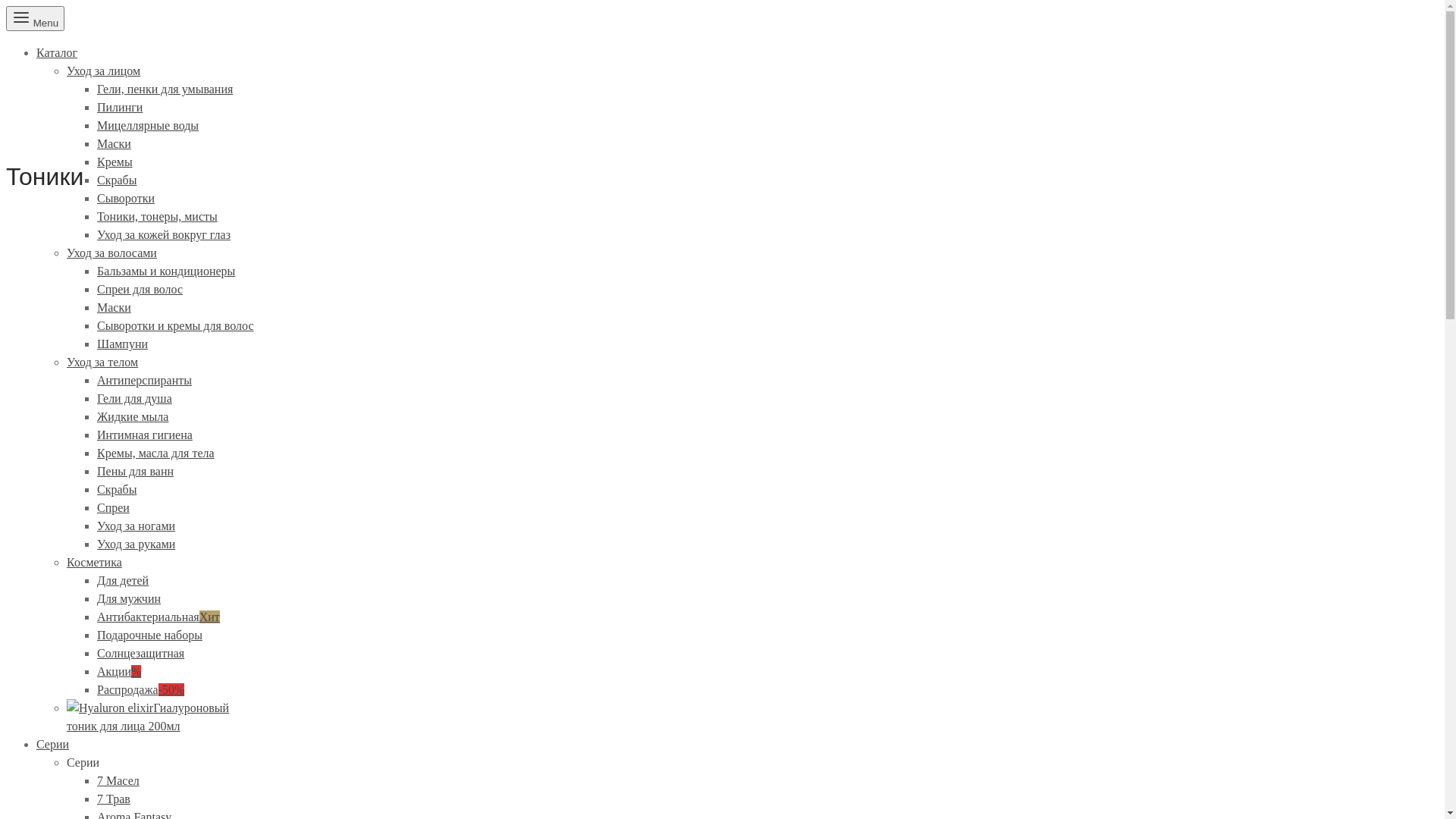 The height and width of the screenshot is (819, 1456). Describe the element at coordinates (35, 18) in the screenshot. I see `'Menu'` at that location.